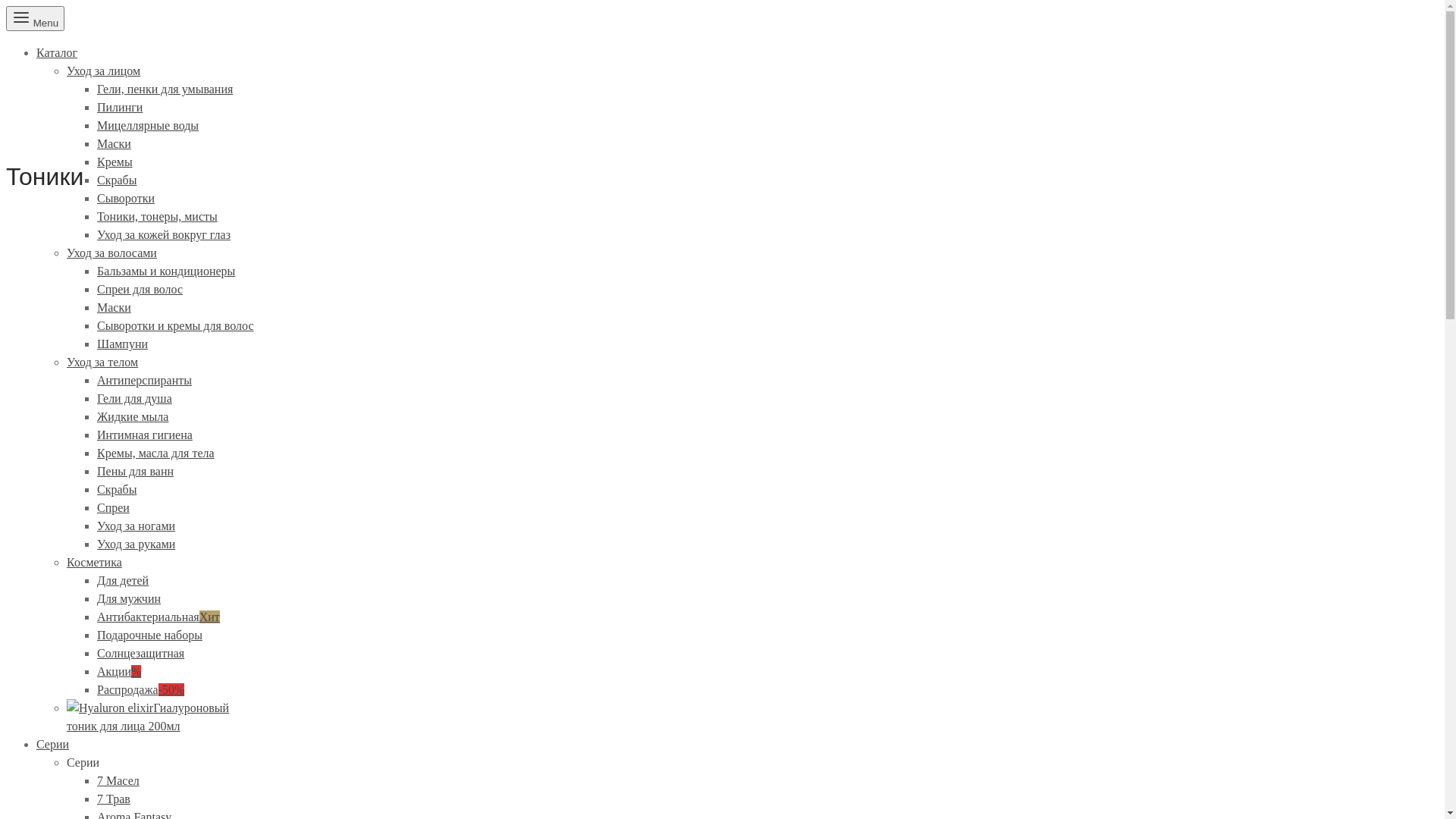 The height and width of the screenshot is (819, 1456). Describe the element at coordinates (35, 18) in the screenshot. I see `'Menu'` at that location.